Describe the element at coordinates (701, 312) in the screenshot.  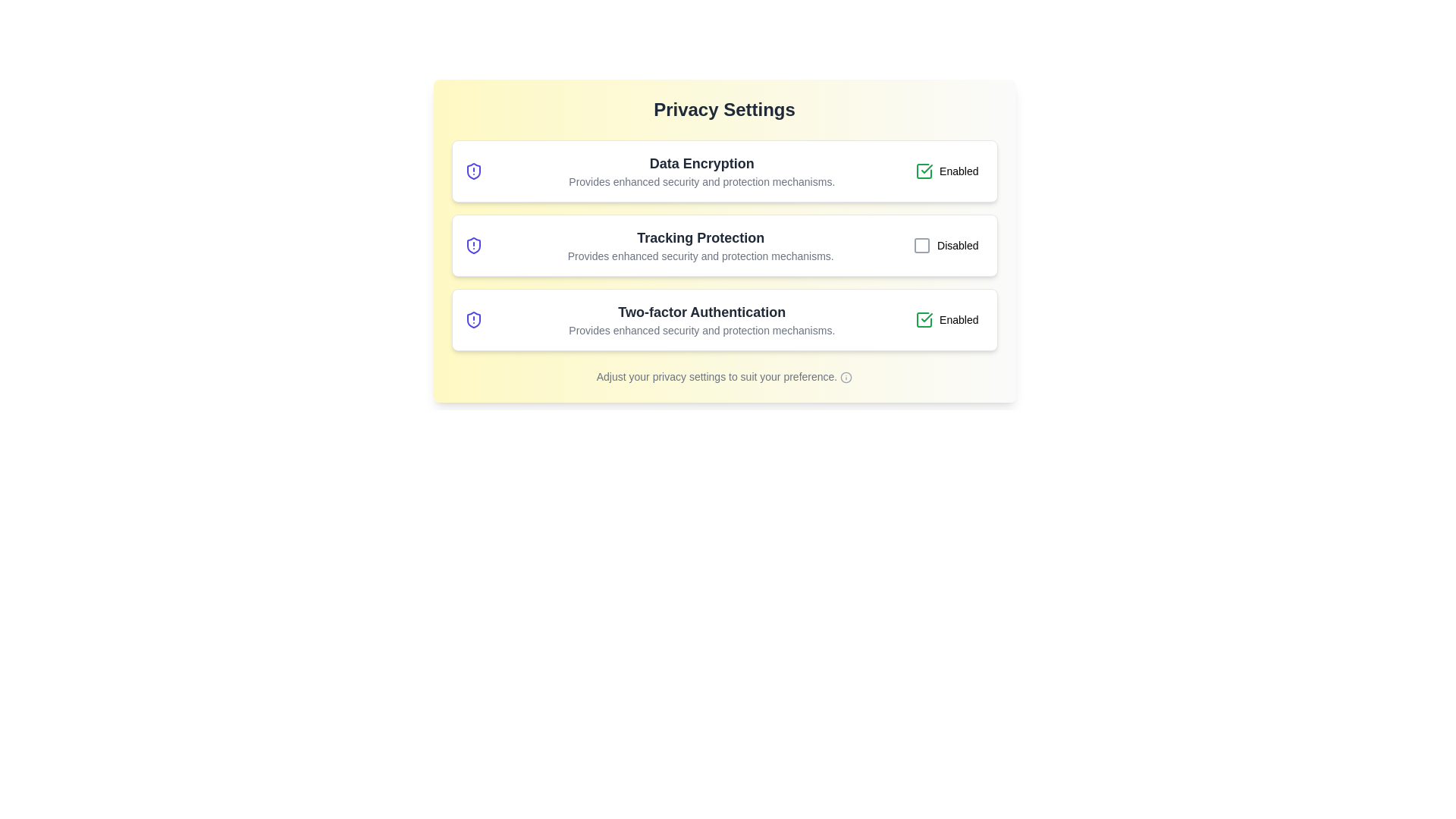
I see `the bolded label stating 'Two-factor Authentication' located in the Privacy Settings interface` at that location.